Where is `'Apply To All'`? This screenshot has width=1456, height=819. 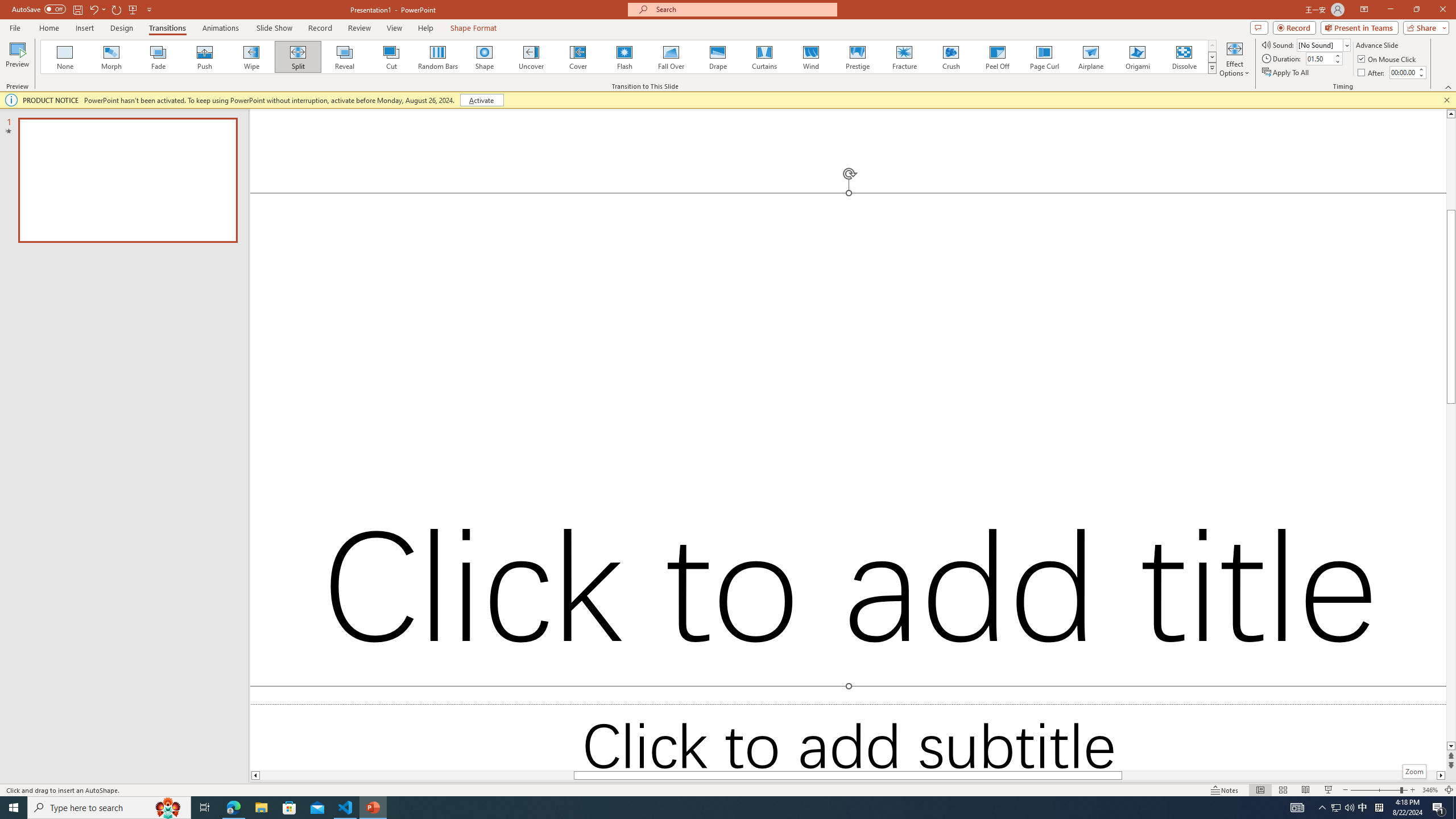
'Apply To All' is located at coordinates (1287, 72).